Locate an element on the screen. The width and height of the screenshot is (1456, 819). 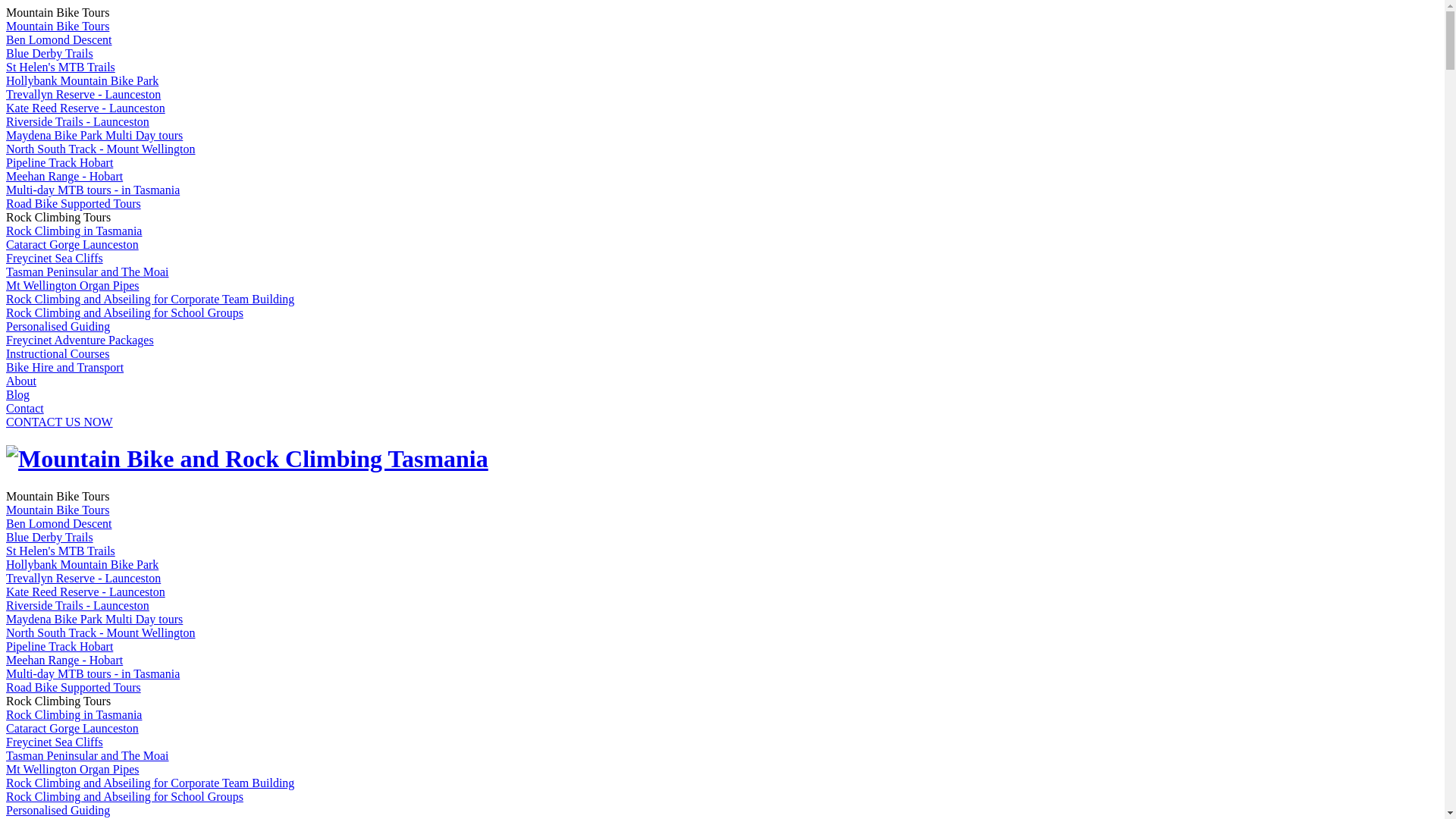
'Contact' is located at coordinates (25, 407).